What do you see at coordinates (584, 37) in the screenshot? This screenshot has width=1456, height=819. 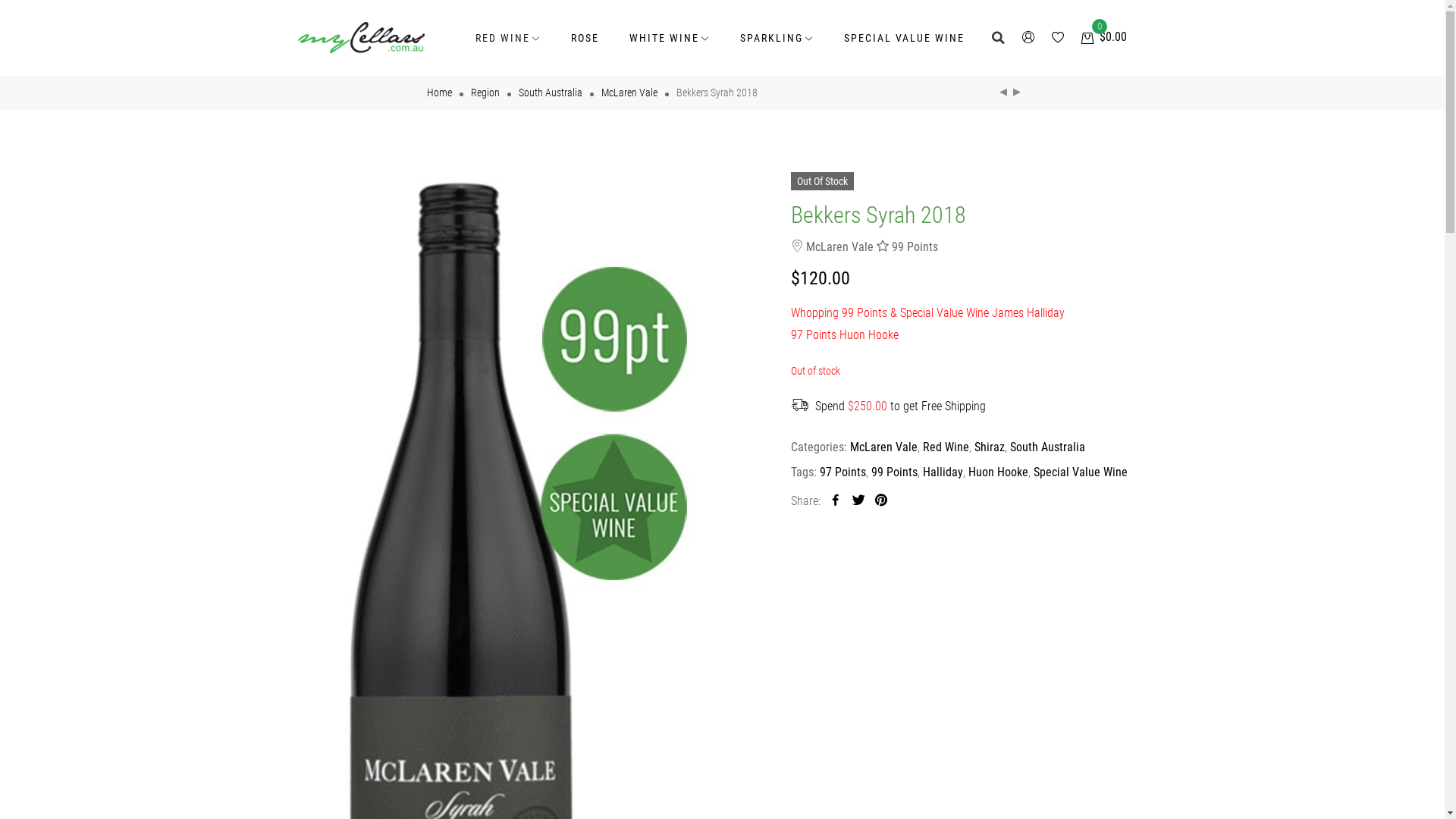 I see `'ROSE'` at bounding box center [584, 37].